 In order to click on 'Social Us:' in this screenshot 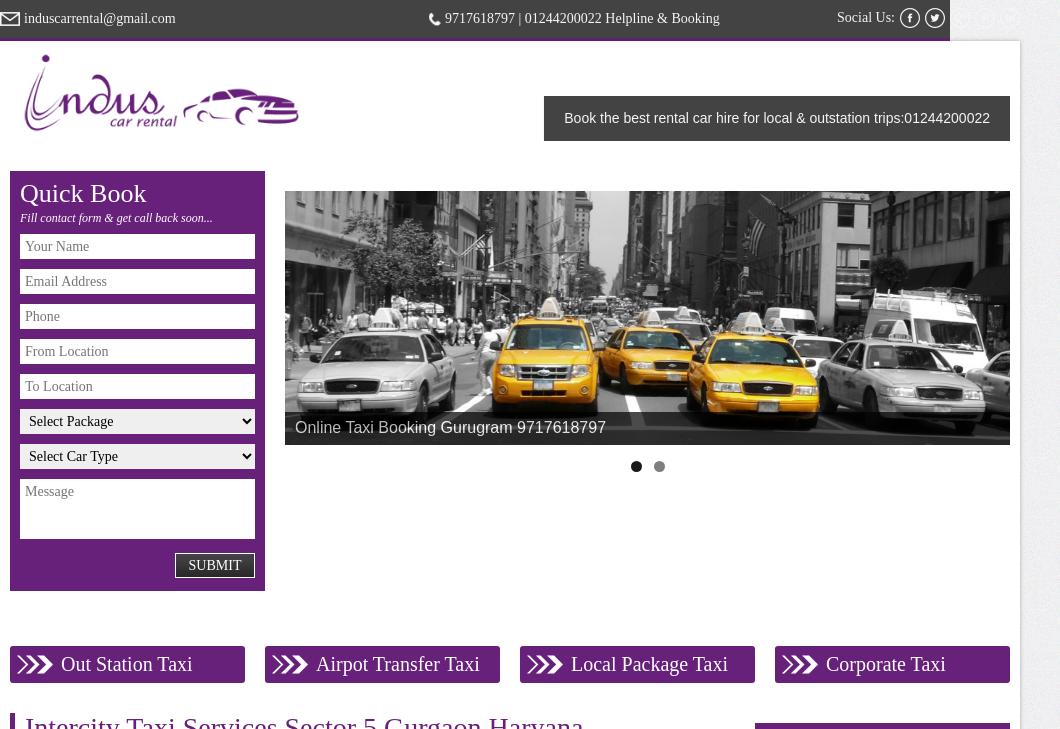, I will do `click(836, 16)`.